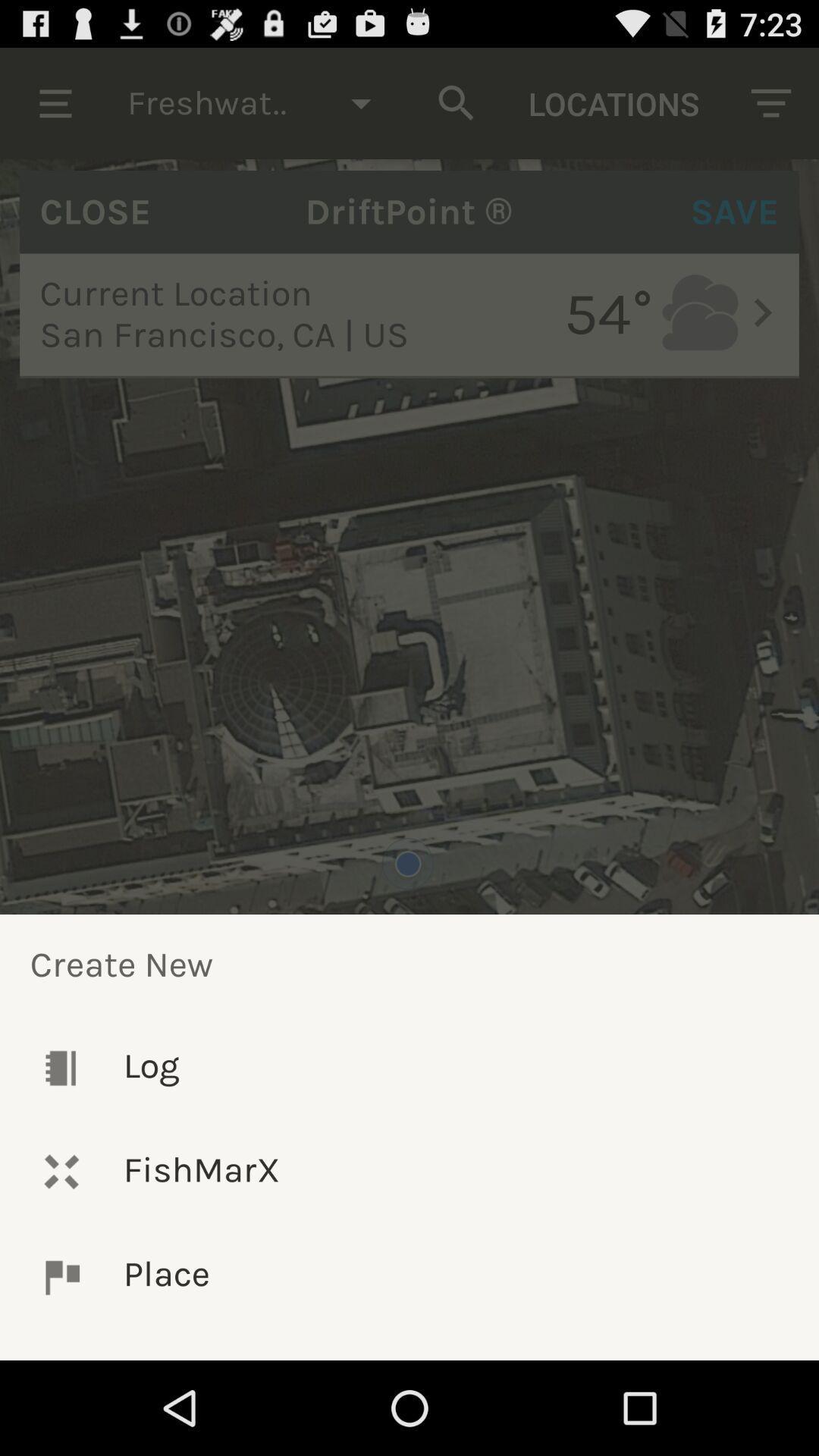  I want to click on the icon above fishmarx, so click(409, 1067).